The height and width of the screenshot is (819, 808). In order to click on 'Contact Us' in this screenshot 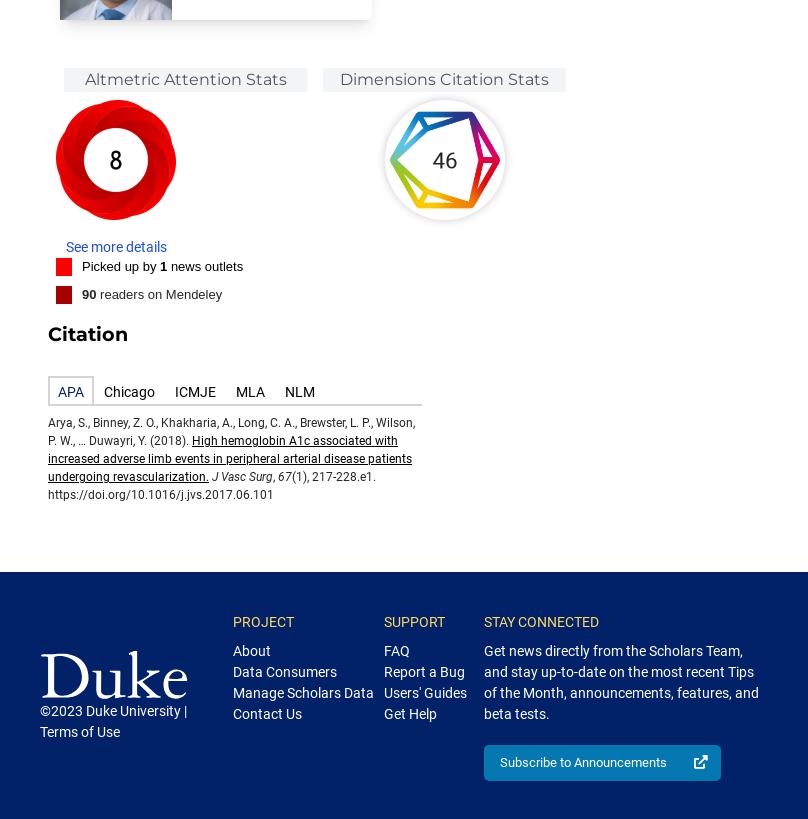, I will do `click(267, 713)`.